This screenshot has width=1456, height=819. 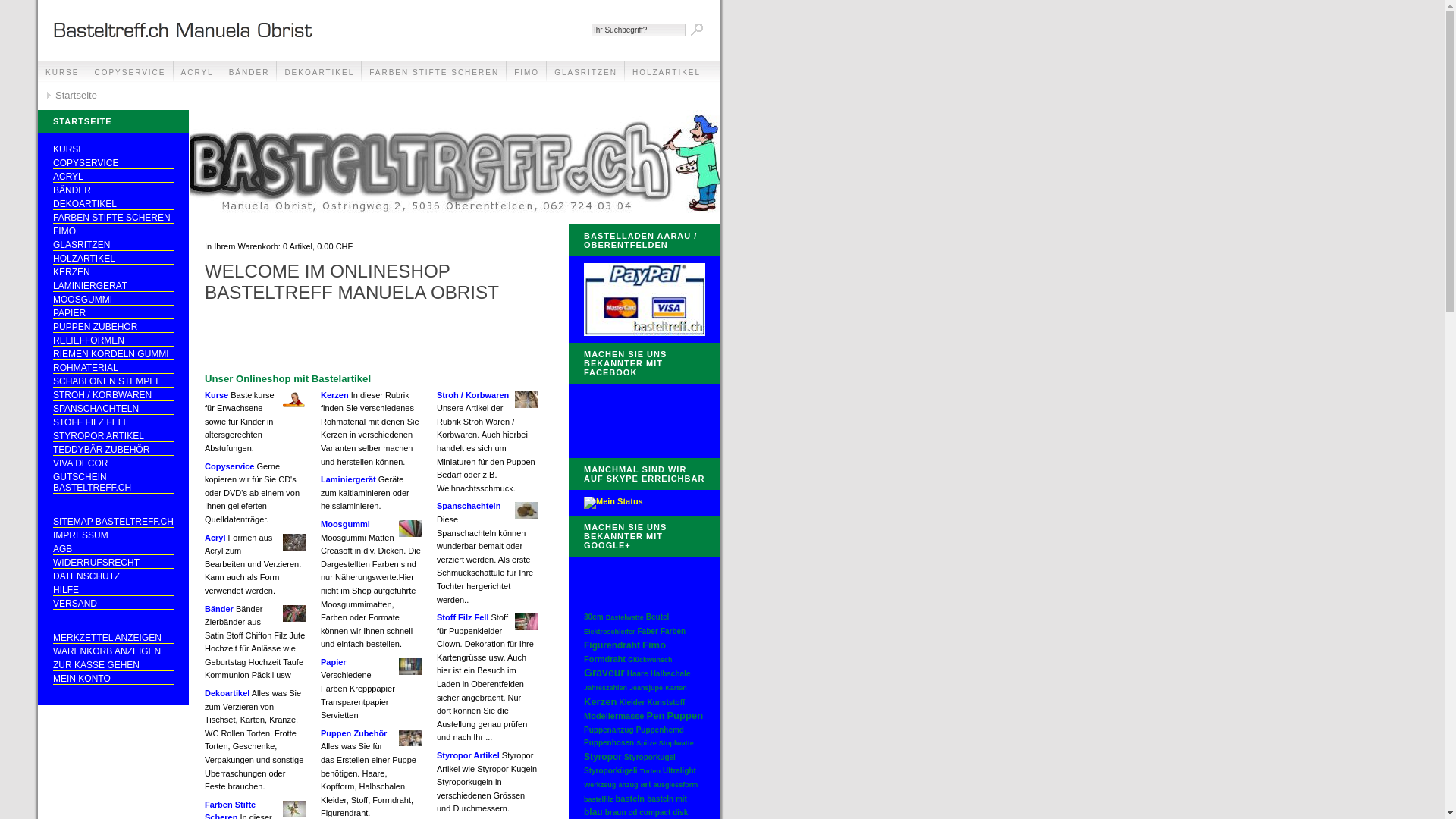 I want to click on 'STOFF FILZ FELL', so click(x=53, y=422).